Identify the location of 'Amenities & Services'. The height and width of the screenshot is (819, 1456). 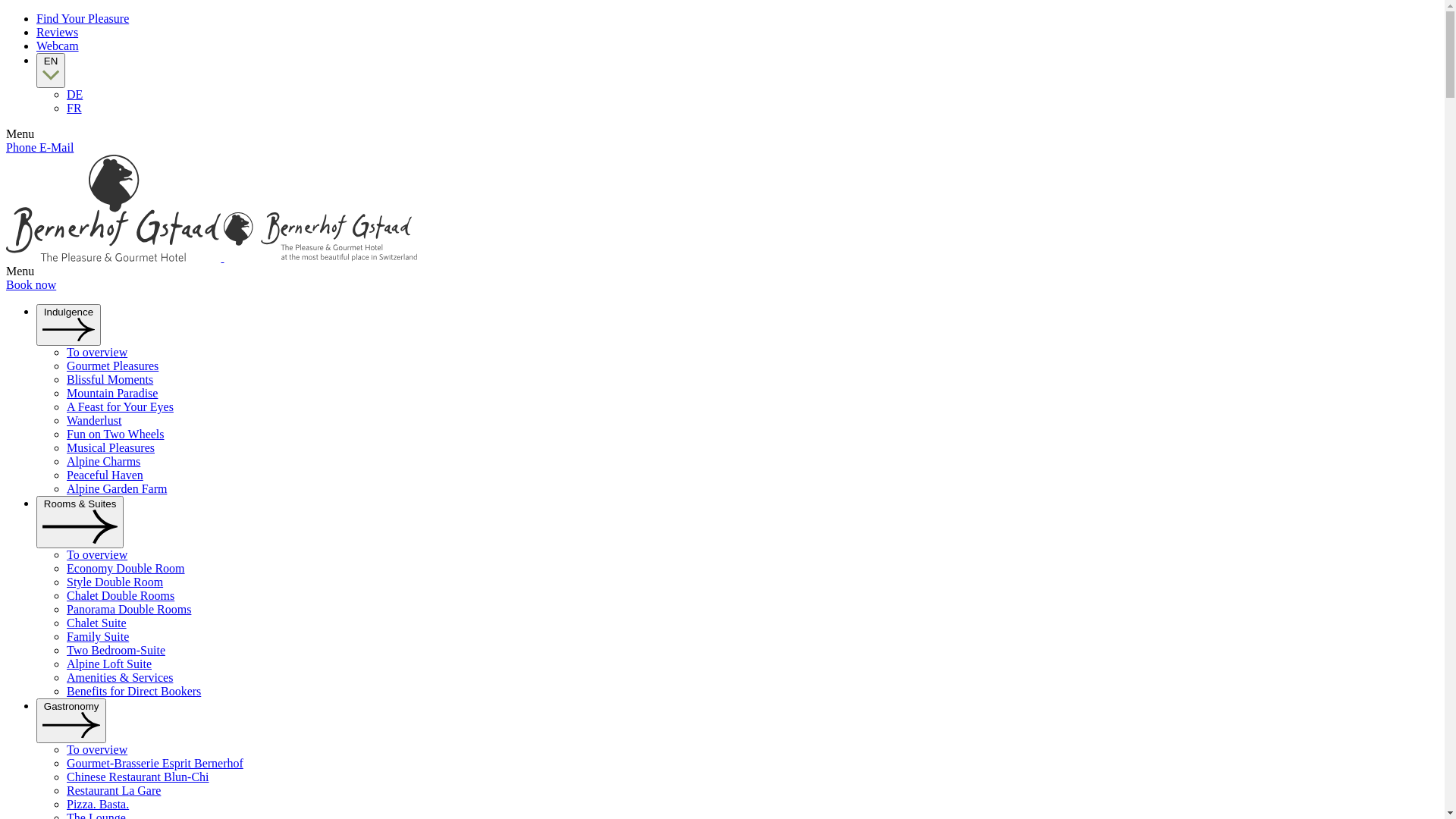
(119, 676).